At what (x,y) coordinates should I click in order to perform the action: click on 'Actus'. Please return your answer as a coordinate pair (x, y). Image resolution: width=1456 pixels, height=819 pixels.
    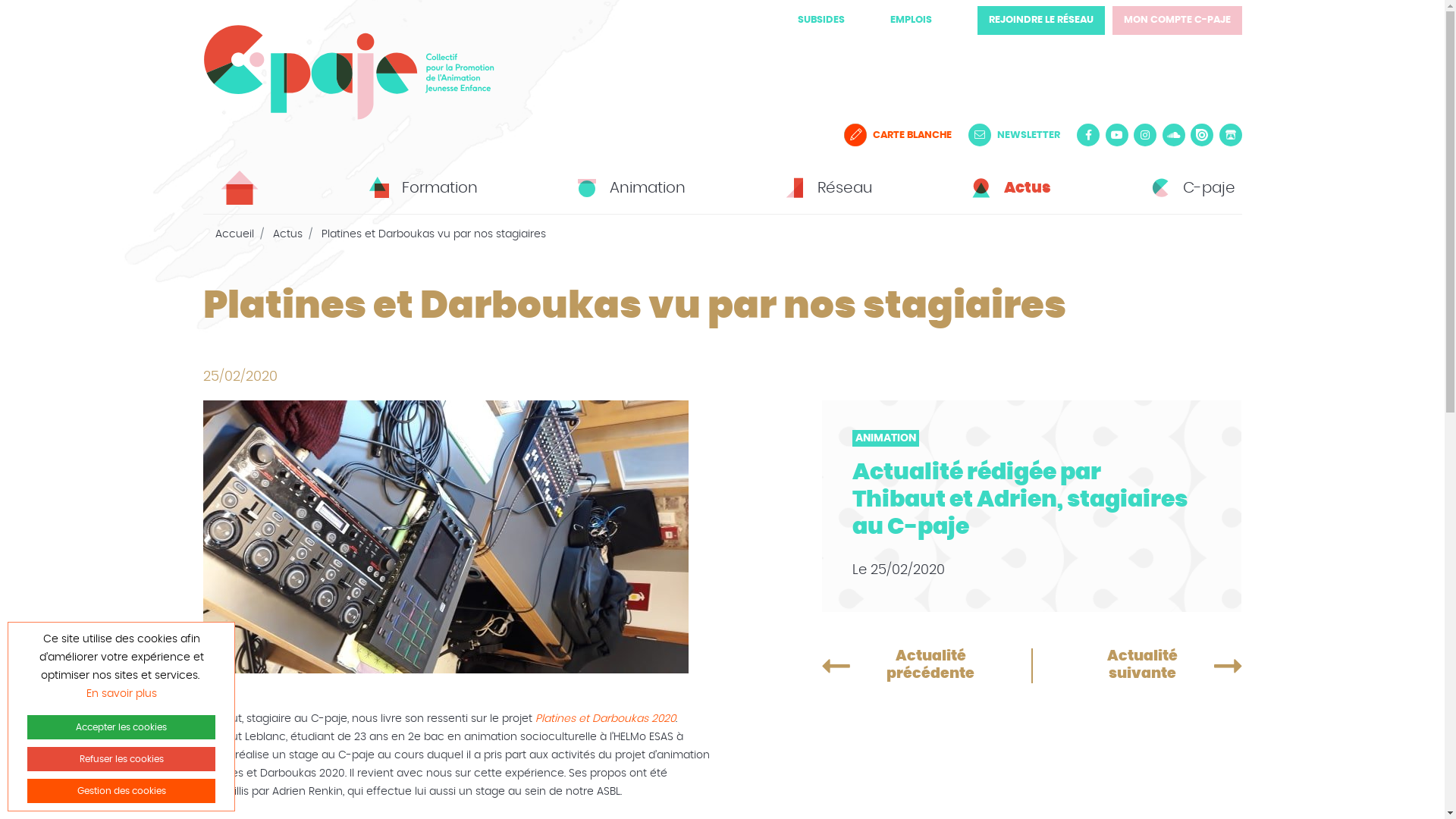
    Looking at the image, I should click on (287, 234).